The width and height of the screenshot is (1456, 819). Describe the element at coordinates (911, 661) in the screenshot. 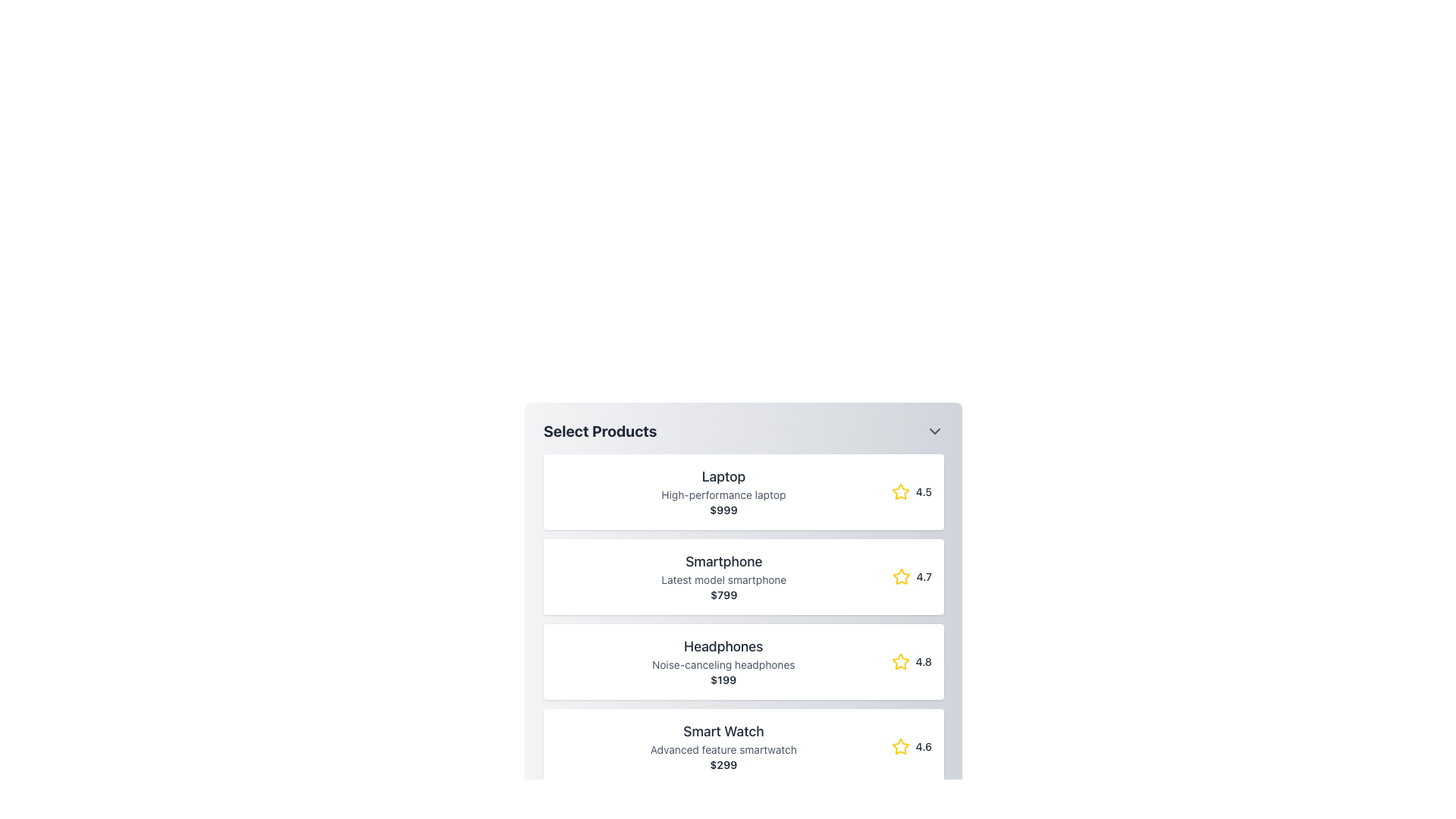

I see `the composite element displaying a yellow star icon and the numeric rating '4.8', located at the bottom-right of the headphones card` at that location.